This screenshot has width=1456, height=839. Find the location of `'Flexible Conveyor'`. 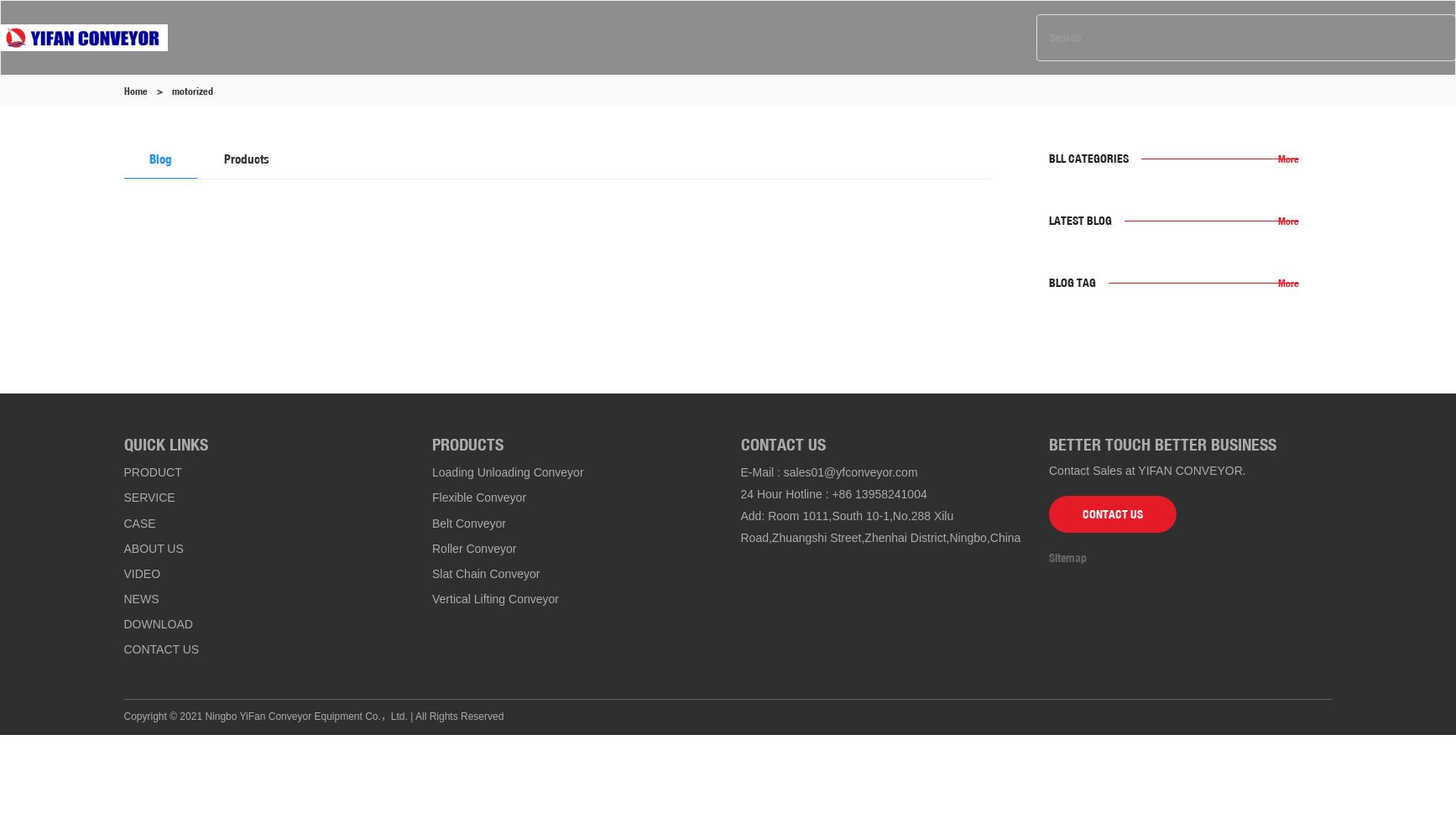

'Flexible Conveyor' is located at coordinates (478, 497).